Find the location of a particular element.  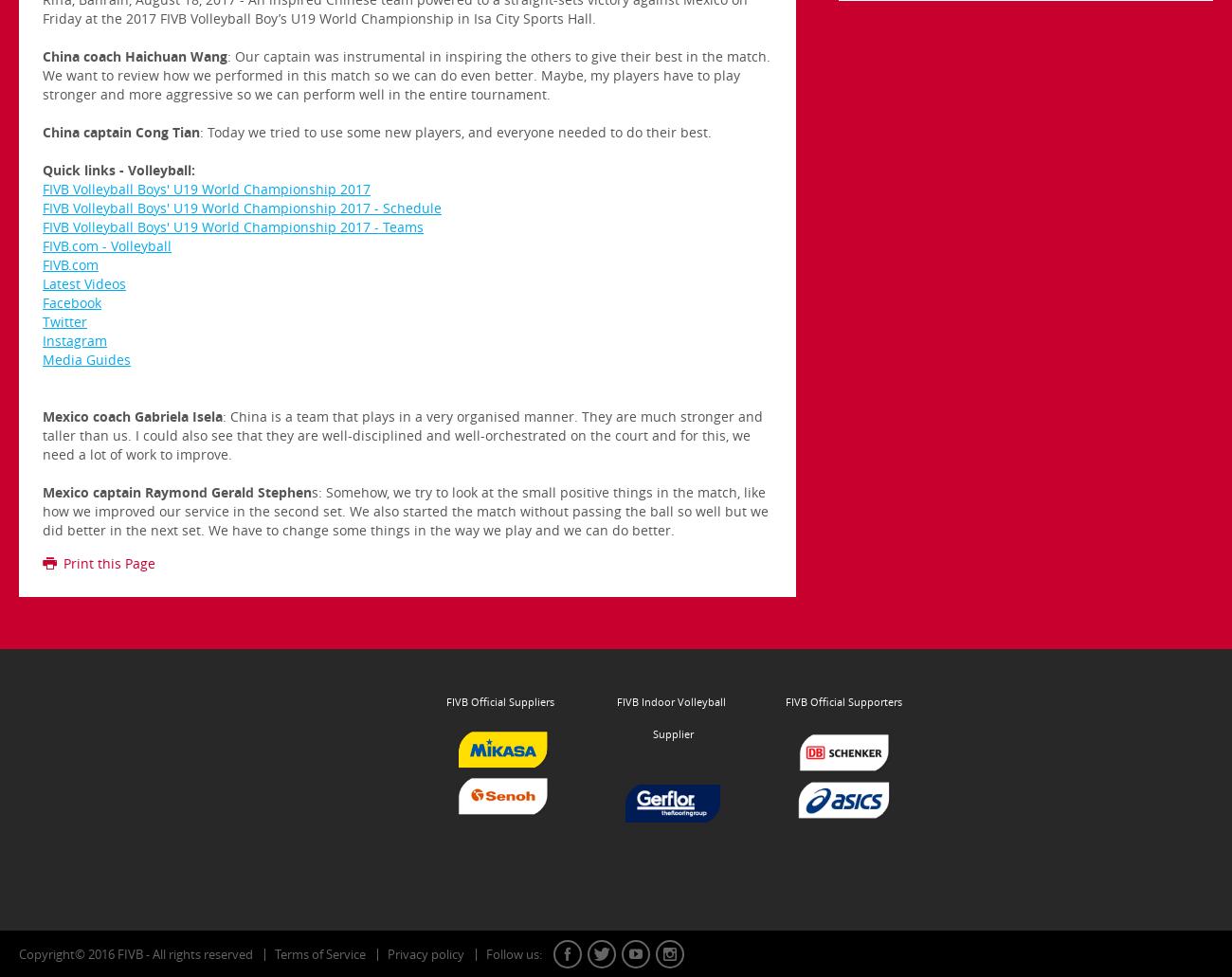

'Terms of Service' is located at coordinates (319, 952).